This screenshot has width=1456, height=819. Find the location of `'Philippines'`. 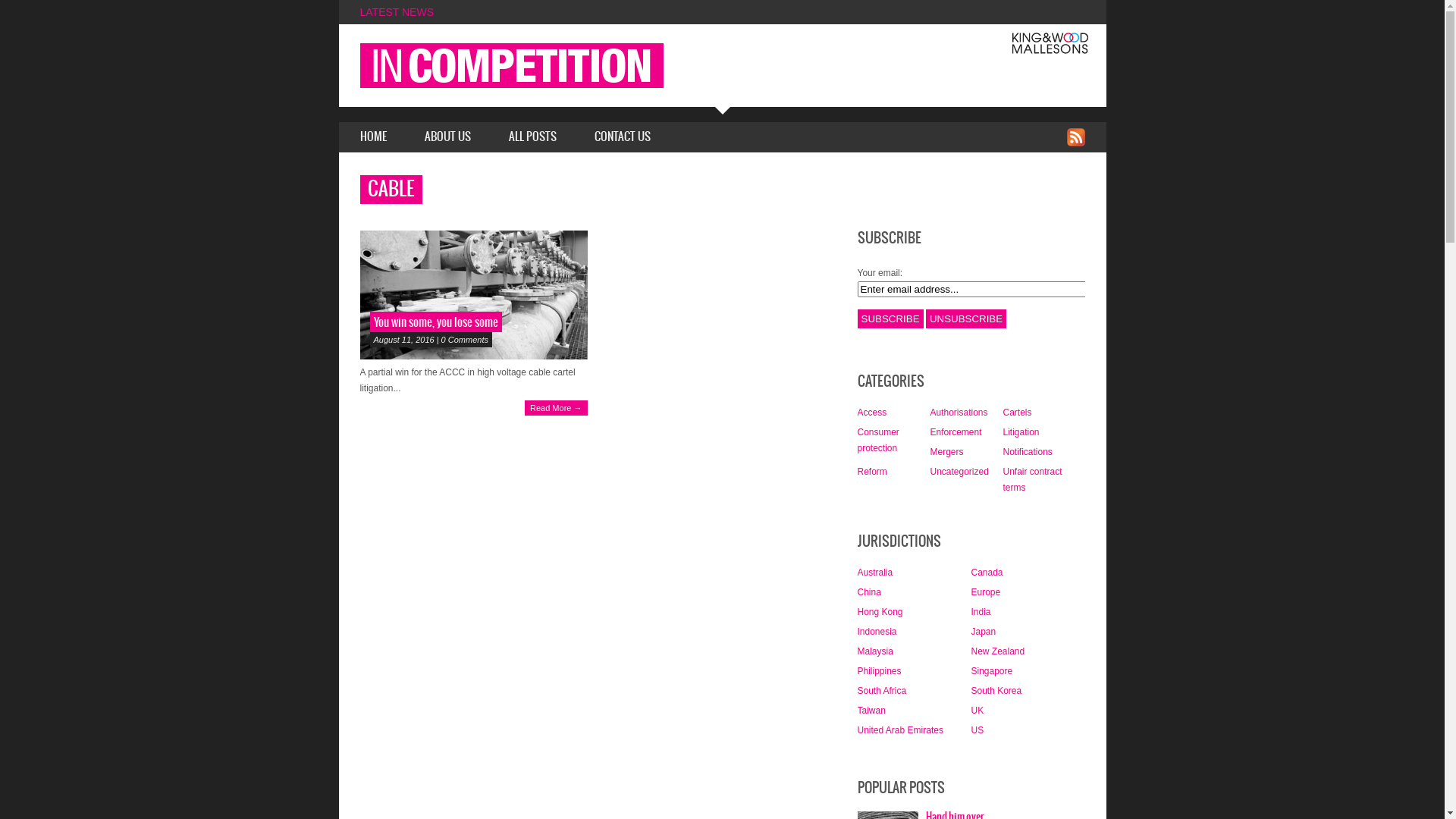

'Philippines' is located at coordinates (856, 670).